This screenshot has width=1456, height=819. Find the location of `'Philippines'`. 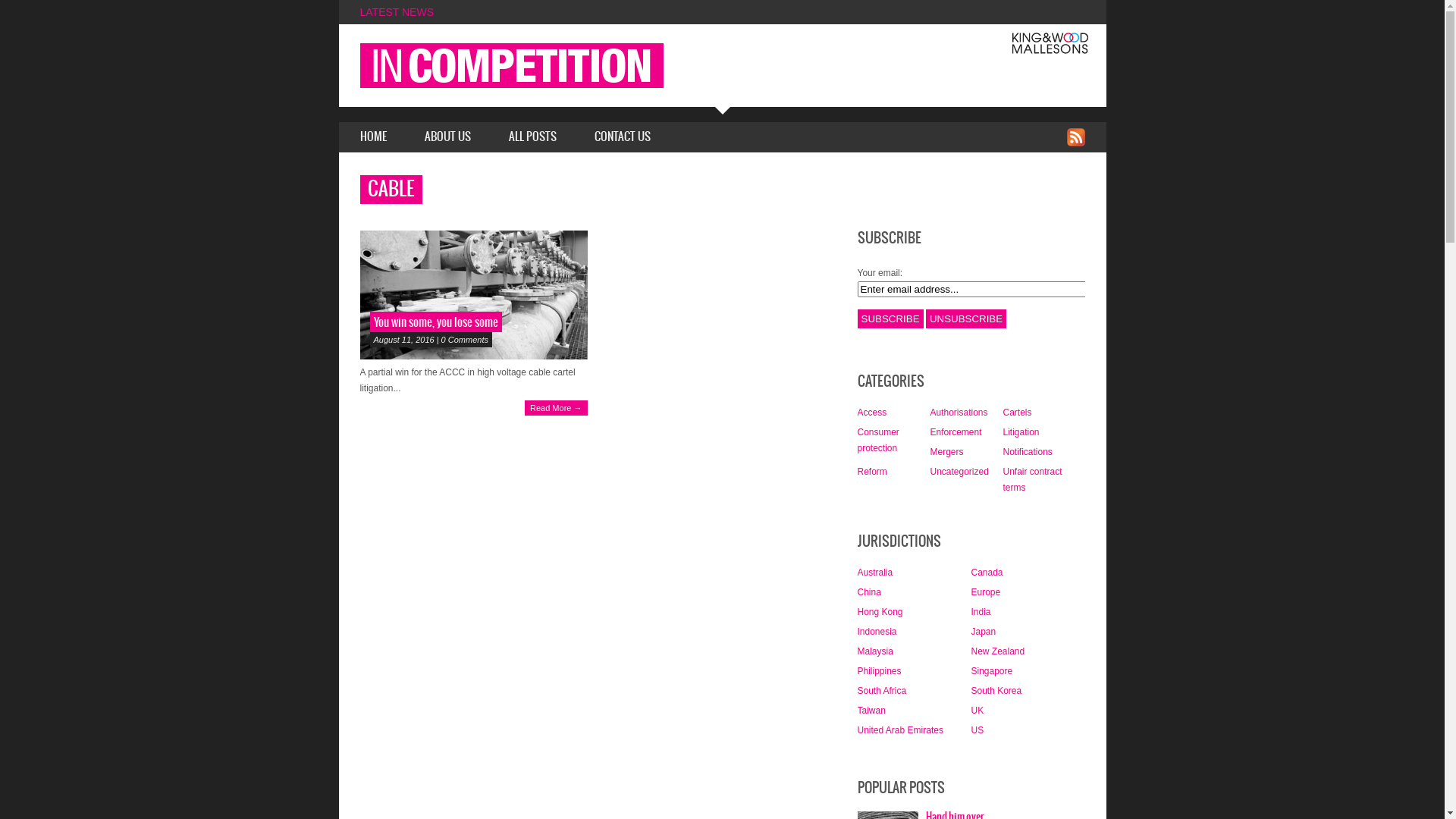

'Philippines' is located at coordinates (856, 670).